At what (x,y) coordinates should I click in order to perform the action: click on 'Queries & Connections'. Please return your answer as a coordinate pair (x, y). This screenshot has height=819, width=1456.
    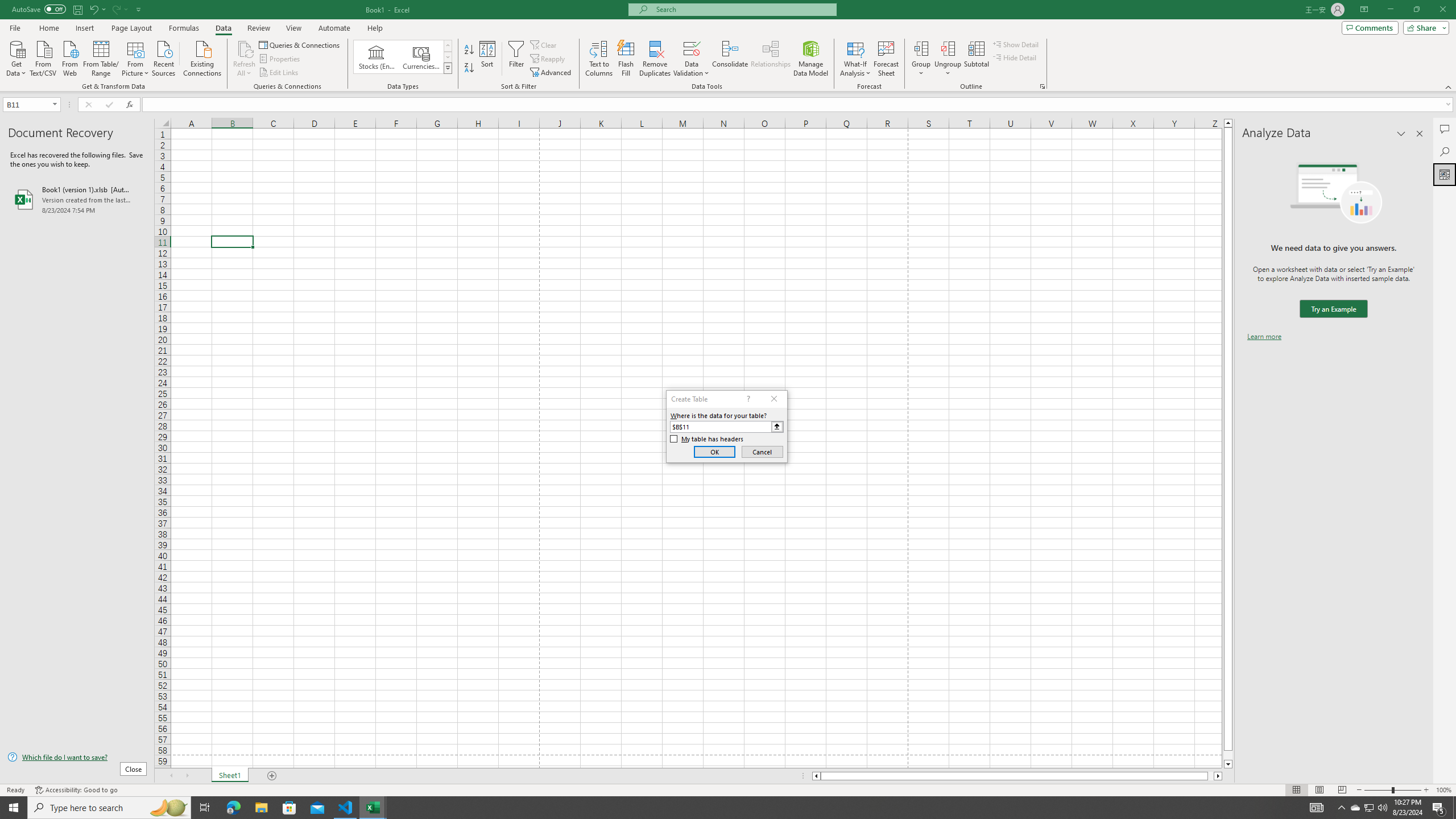
    Looking at the image, I should click on (300, 44).